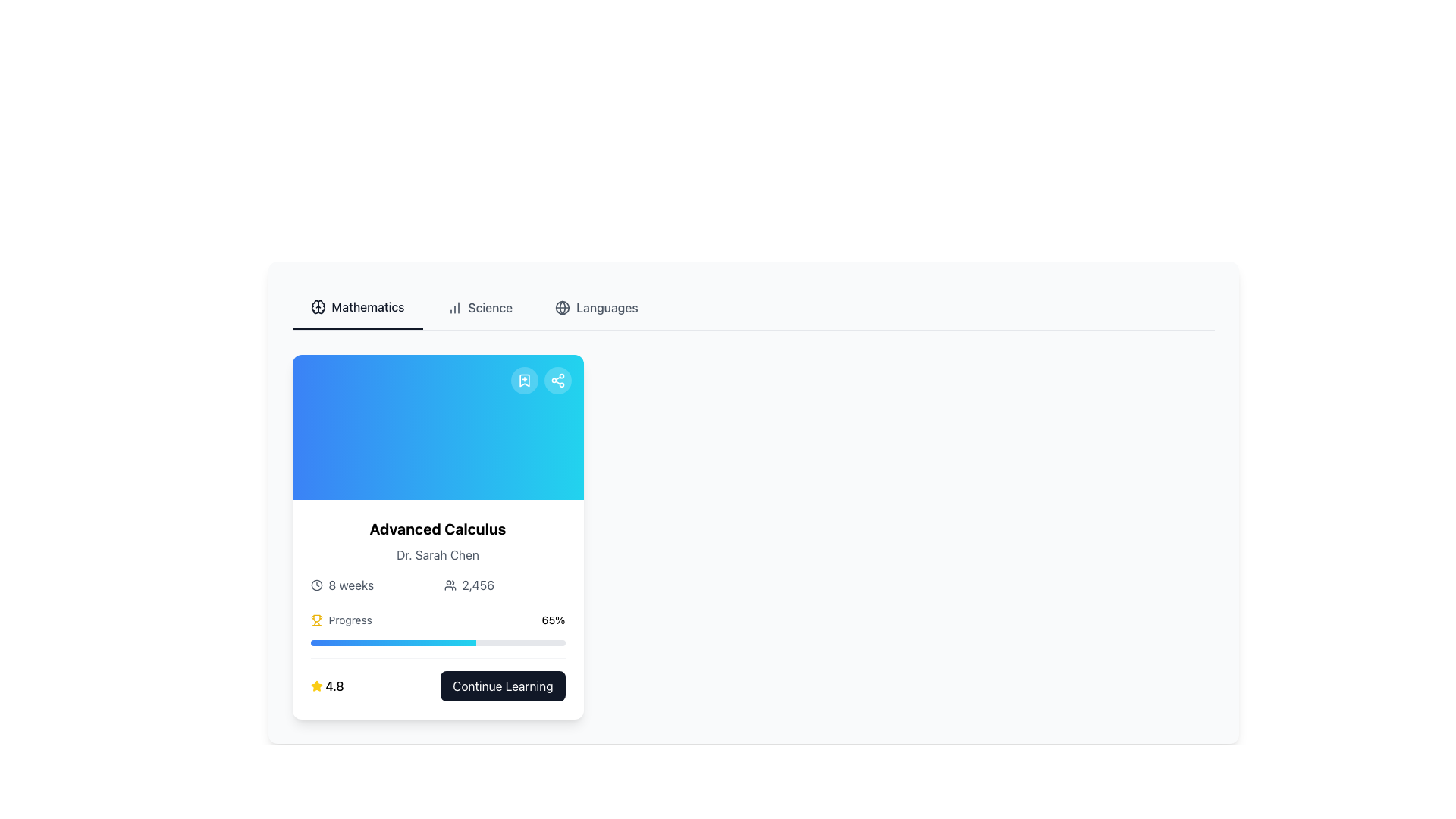 Image resolution: width=1456 pixels, height=819 pixels. What do you see at coordinates (541, 379) in the screenshot?
I see `the grouped component of two buttons in the top-right corner of the gradient blue card` at bounding box center [541, 379].